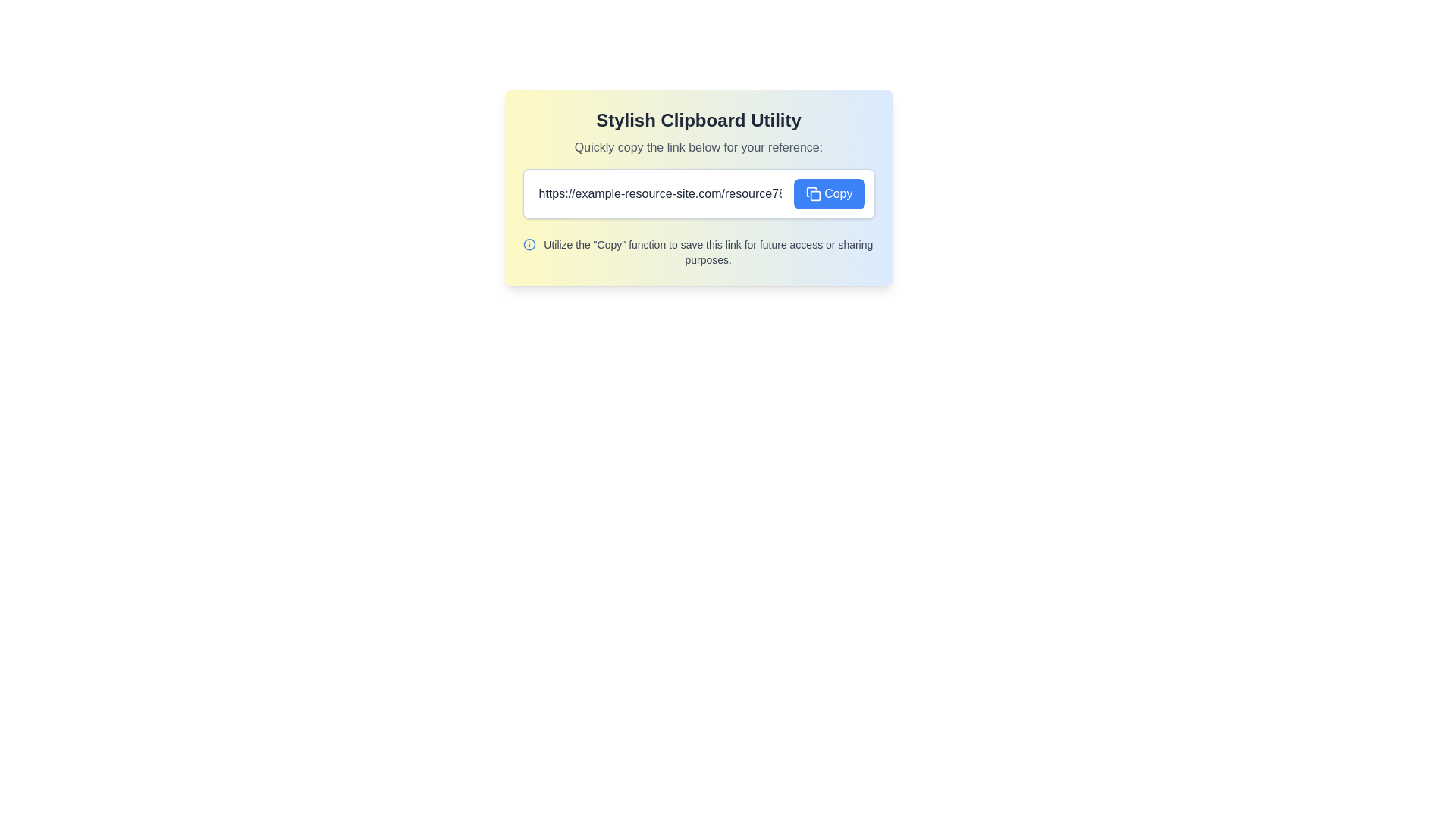 The width and height of the screenshot is (1456, 819). I want to click on the informational text that describes the functionality of the 'Copy' button, located beneath the text input box and part of the 'Stylish Clipboard Utility' section, so click(708, 251).